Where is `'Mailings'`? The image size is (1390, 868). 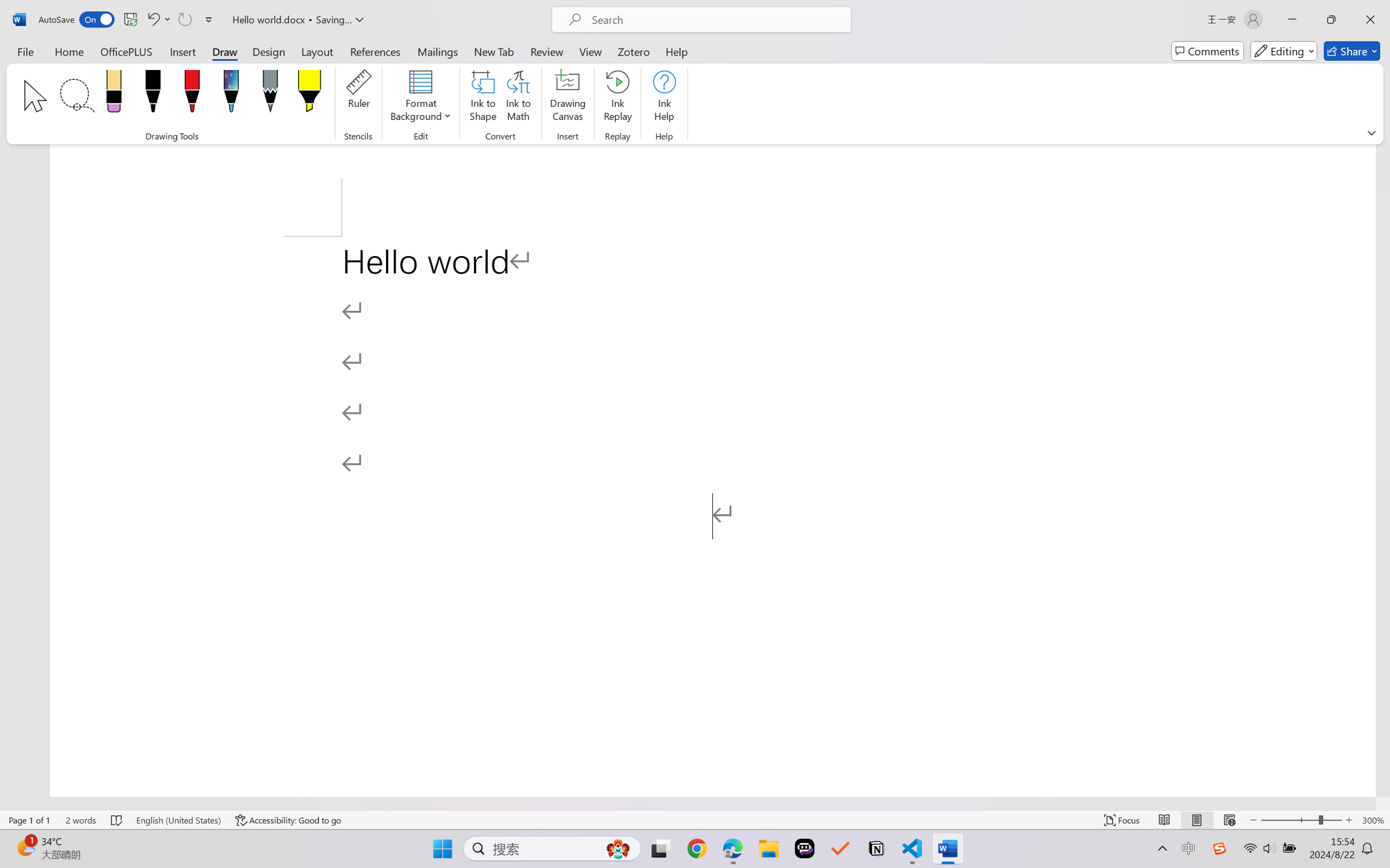 'Mailings' is located at coordinates (438, 51).